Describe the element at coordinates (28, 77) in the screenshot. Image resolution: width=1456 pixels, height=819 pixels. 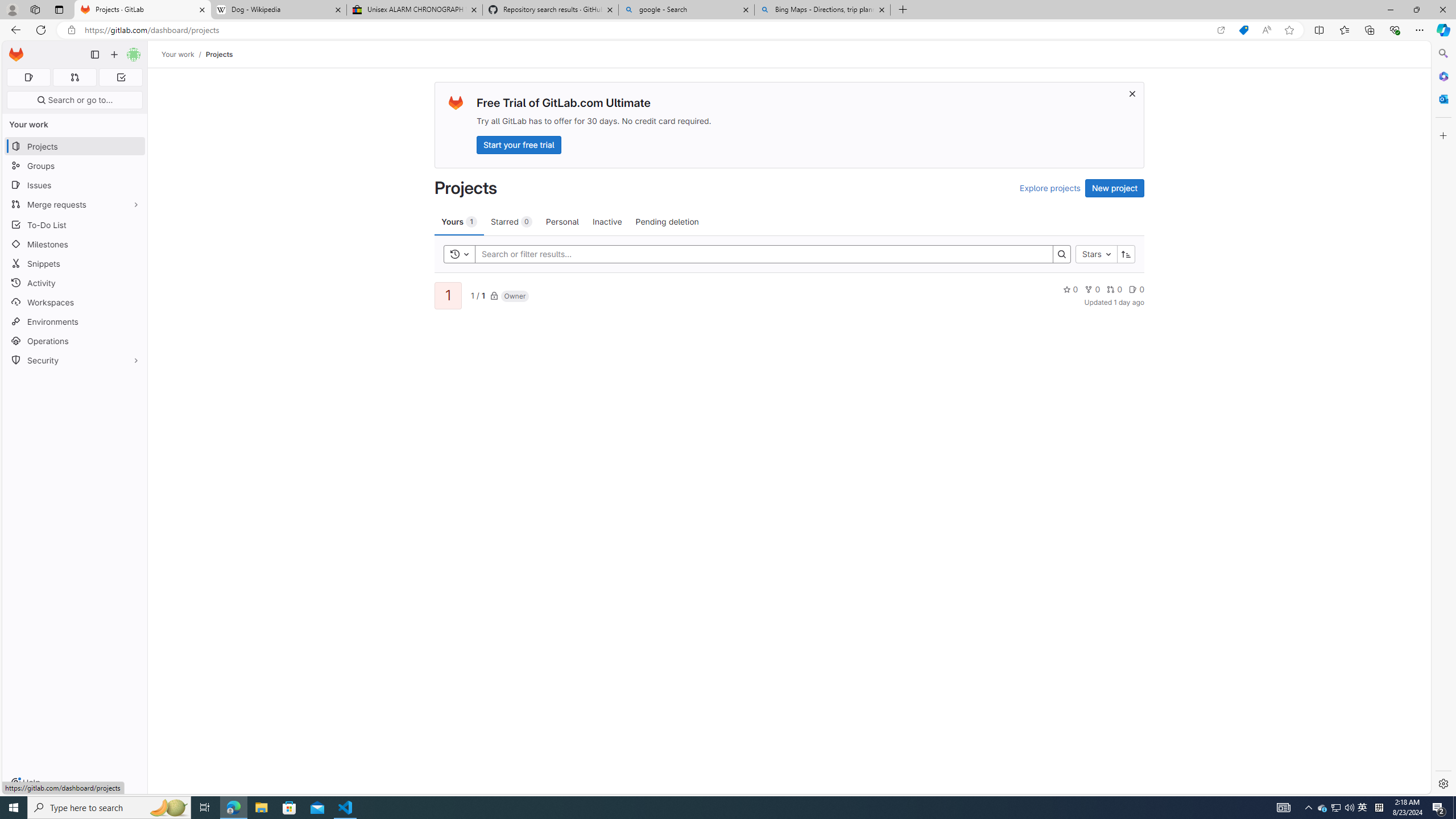
I see `'Assigned issues 0'` at that location.